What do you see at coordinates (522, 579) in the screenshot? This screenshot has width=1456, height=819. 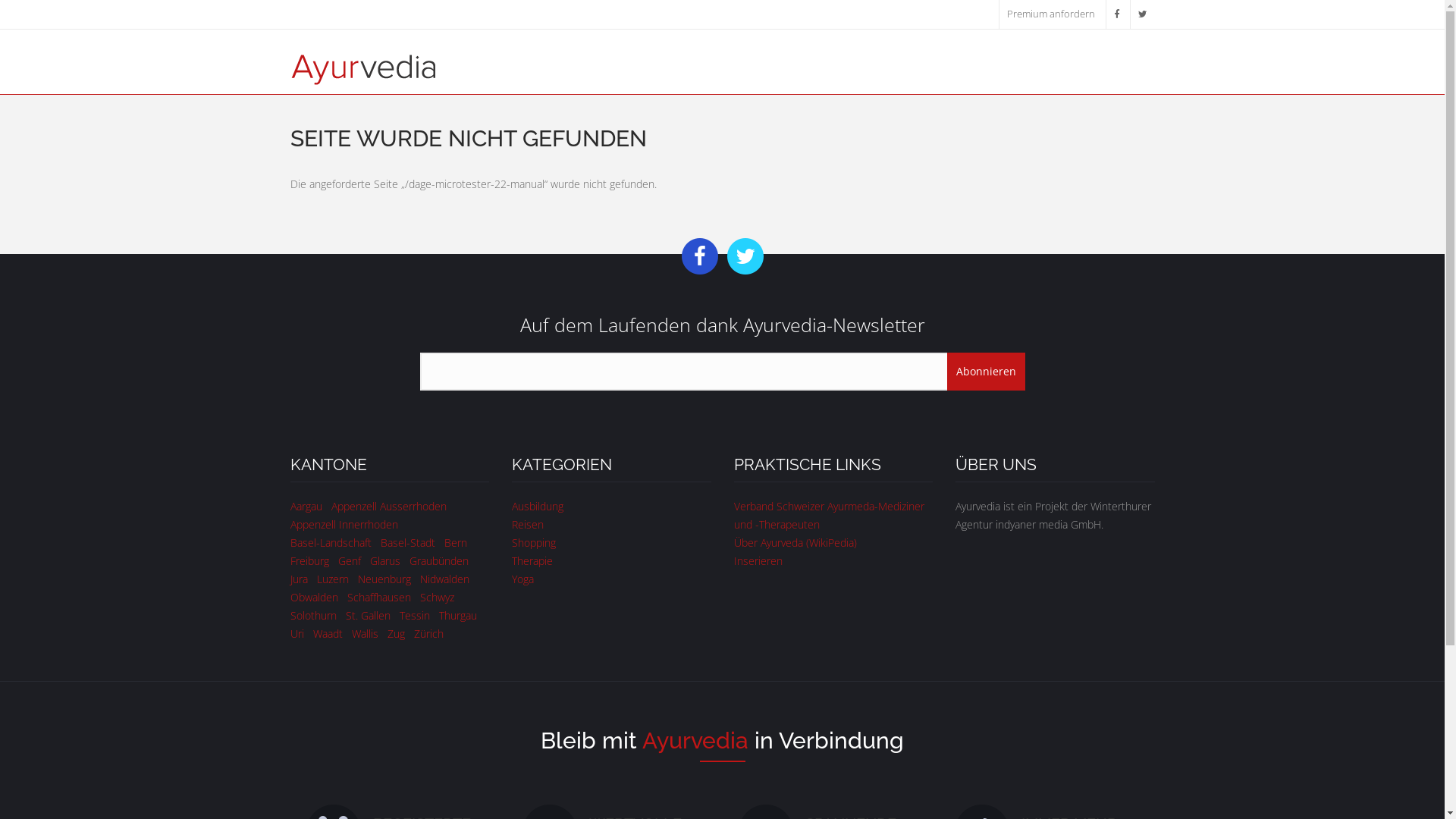 I see `'Yoga'` at bounding box center [522, 579].